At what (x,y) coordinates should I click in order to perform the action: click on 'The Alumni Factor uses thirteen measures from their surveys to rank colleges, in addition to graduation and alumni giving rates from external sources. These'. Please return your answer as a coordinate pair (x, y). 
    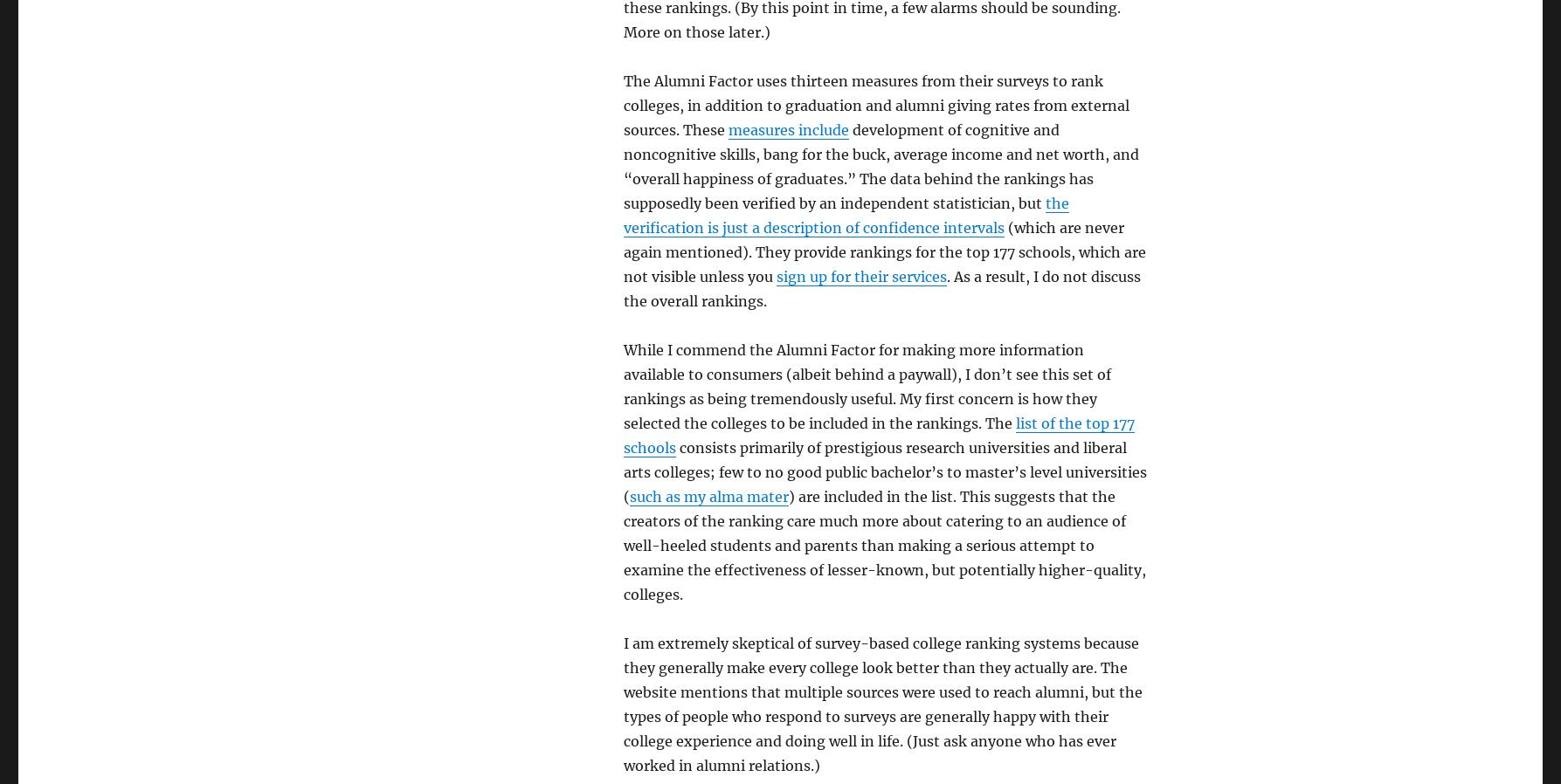
    Looking at the image, I should click on (874, 104).